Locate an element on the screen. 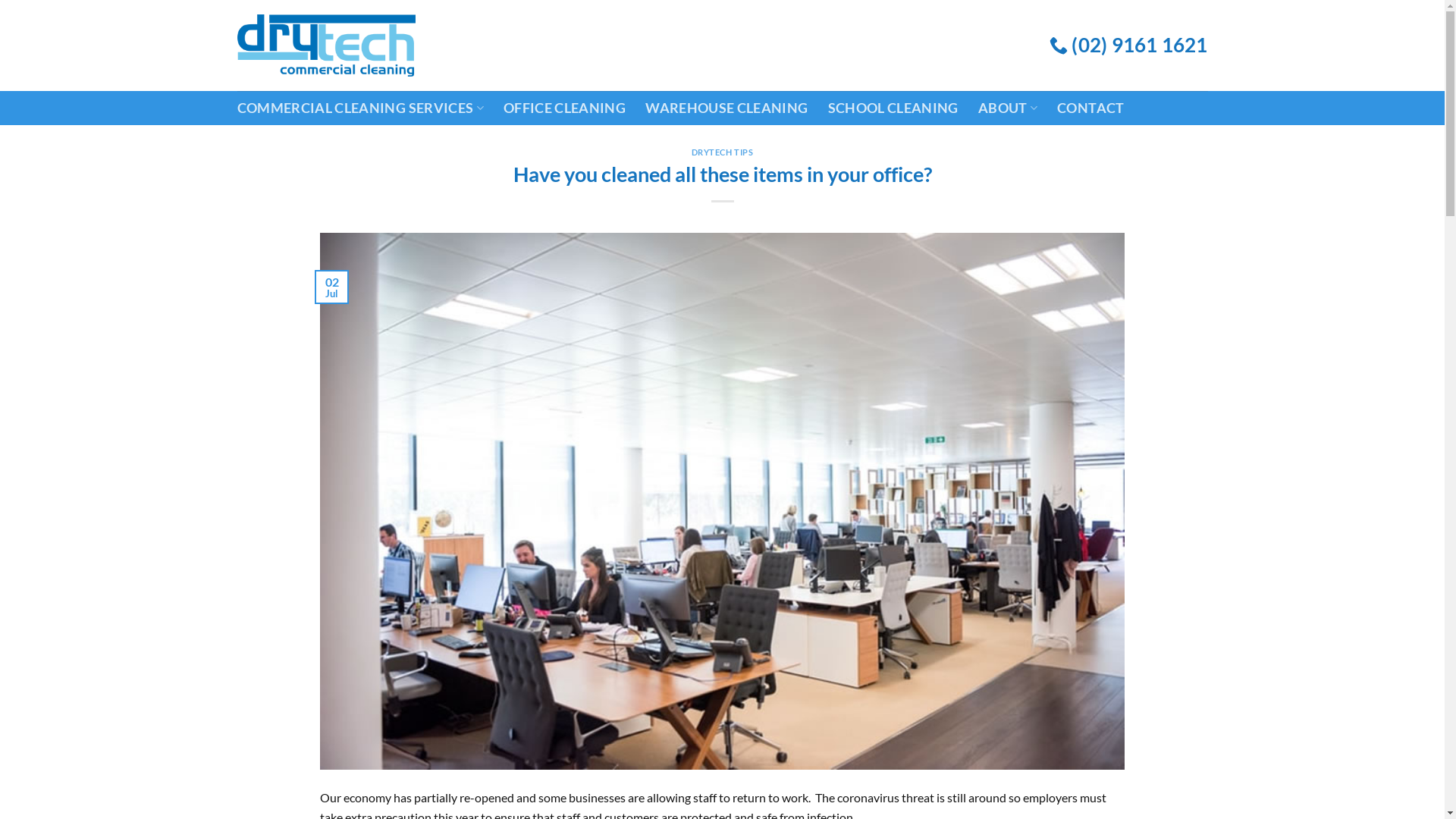 The image size is (1456, 819). 'CONTACT' is located at coordinates (1090, 107).